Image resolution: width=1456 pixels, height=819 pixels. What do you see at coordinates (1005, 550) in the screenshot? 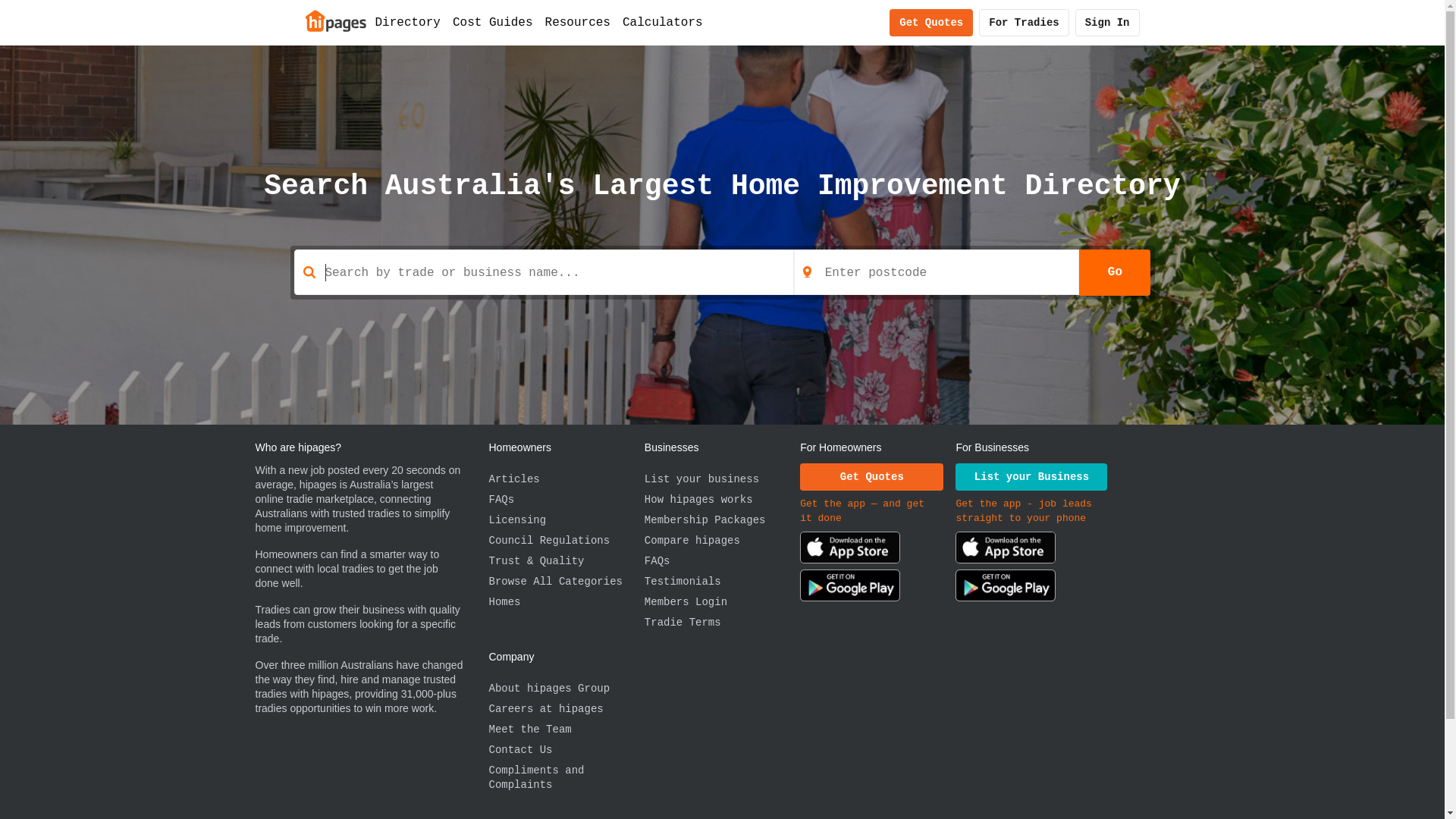
I see `'Download the hipages app on the App Store'` at bounding box center [1005, 550].